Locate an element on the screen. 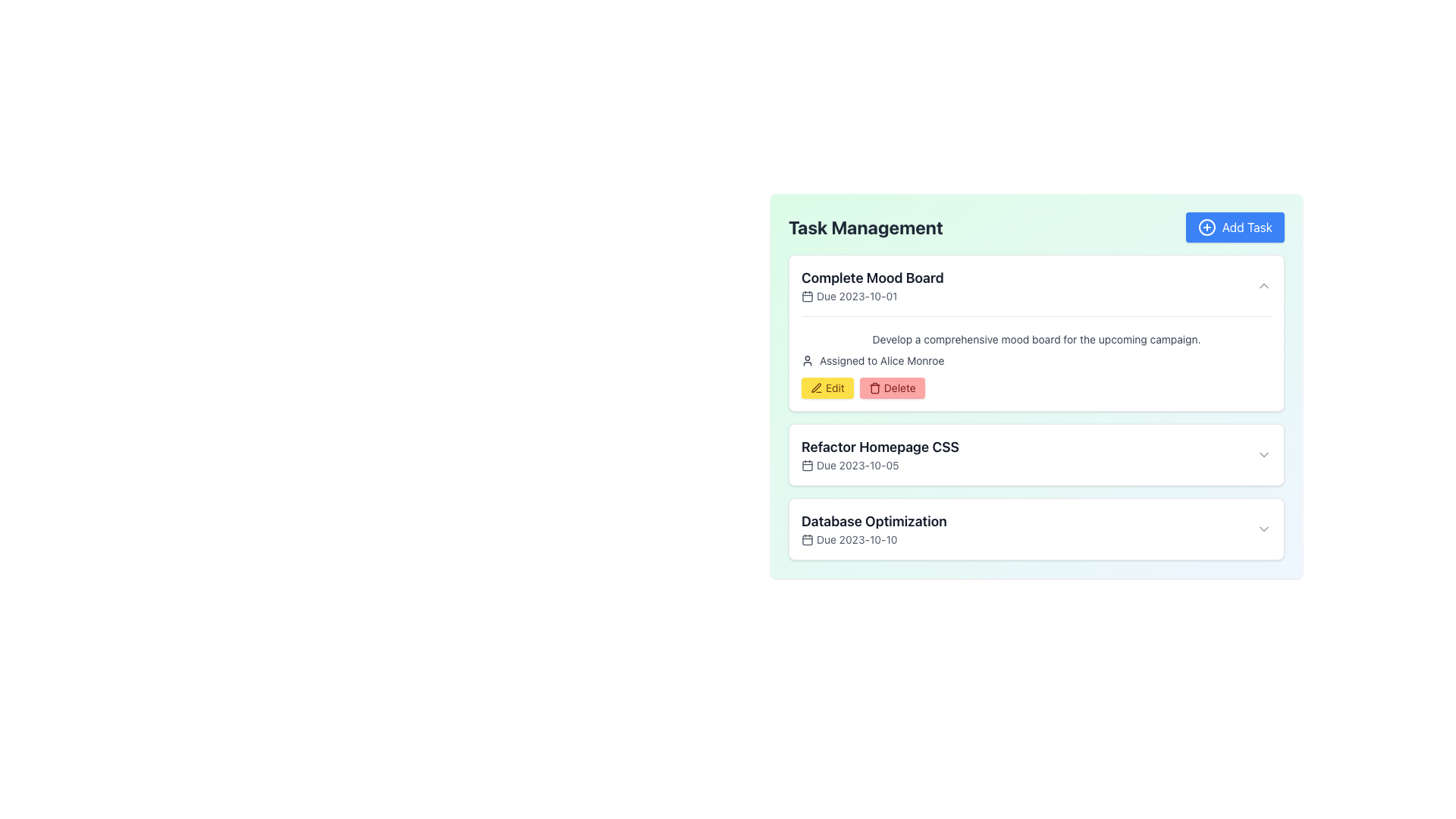 This screenshot has width=1456, height=819. the delete icon located on the left side of the red 'Delete' button in the 'Complete Mood Board' task card is located at coordinates (874, 388).